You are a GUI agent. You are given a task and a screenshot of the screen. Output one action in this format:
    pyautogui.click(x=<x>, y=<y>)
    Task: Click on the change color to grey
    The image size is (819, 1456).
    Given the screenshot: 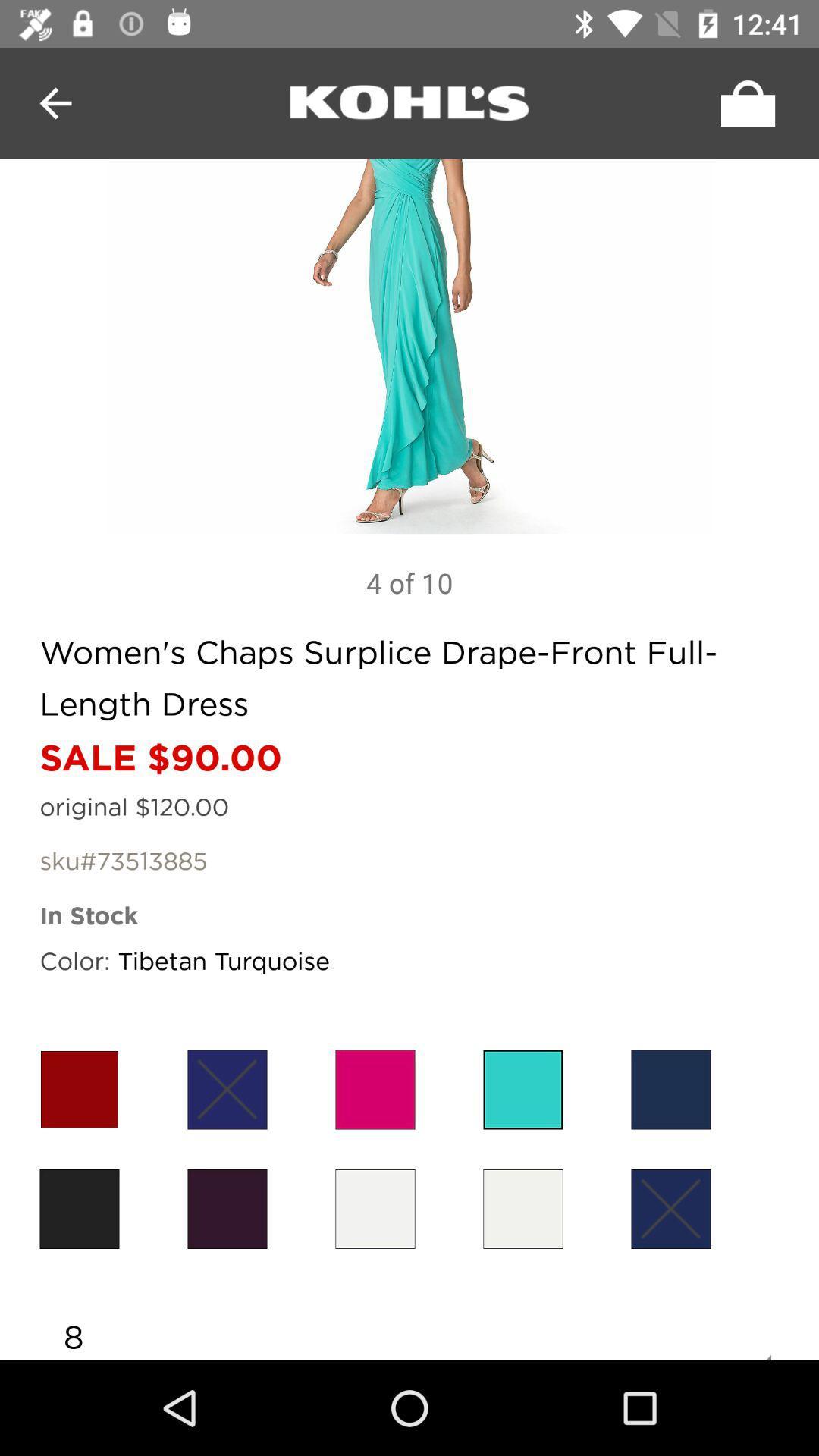 What is the action you would take?
    pyautogui.click(x=375, y=1208)
    